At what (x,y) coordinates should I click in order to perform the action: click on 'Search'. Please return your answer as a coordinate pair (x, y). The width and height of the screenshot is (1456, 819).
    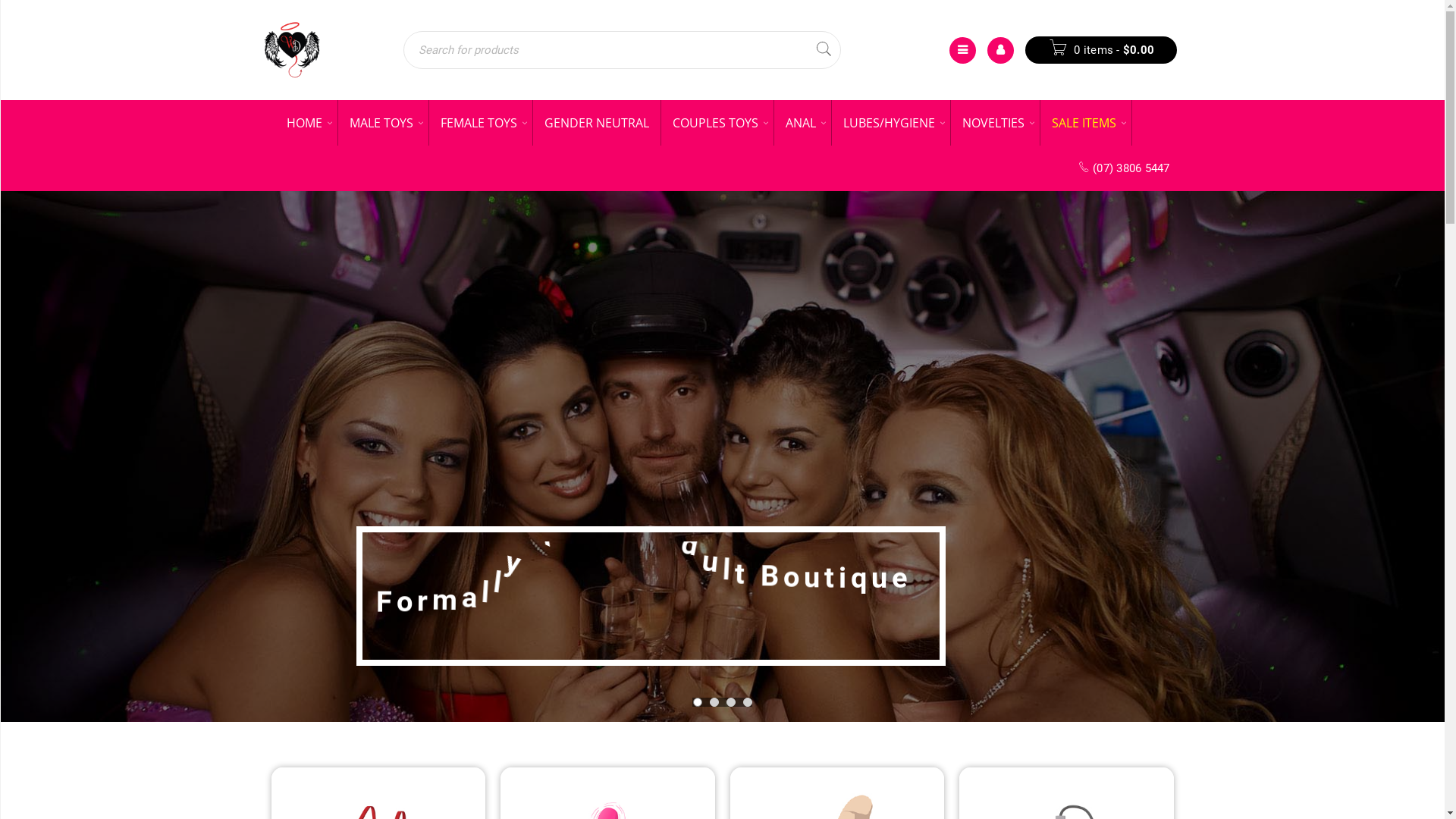
    Looking at the image, I should click on (822, 49).